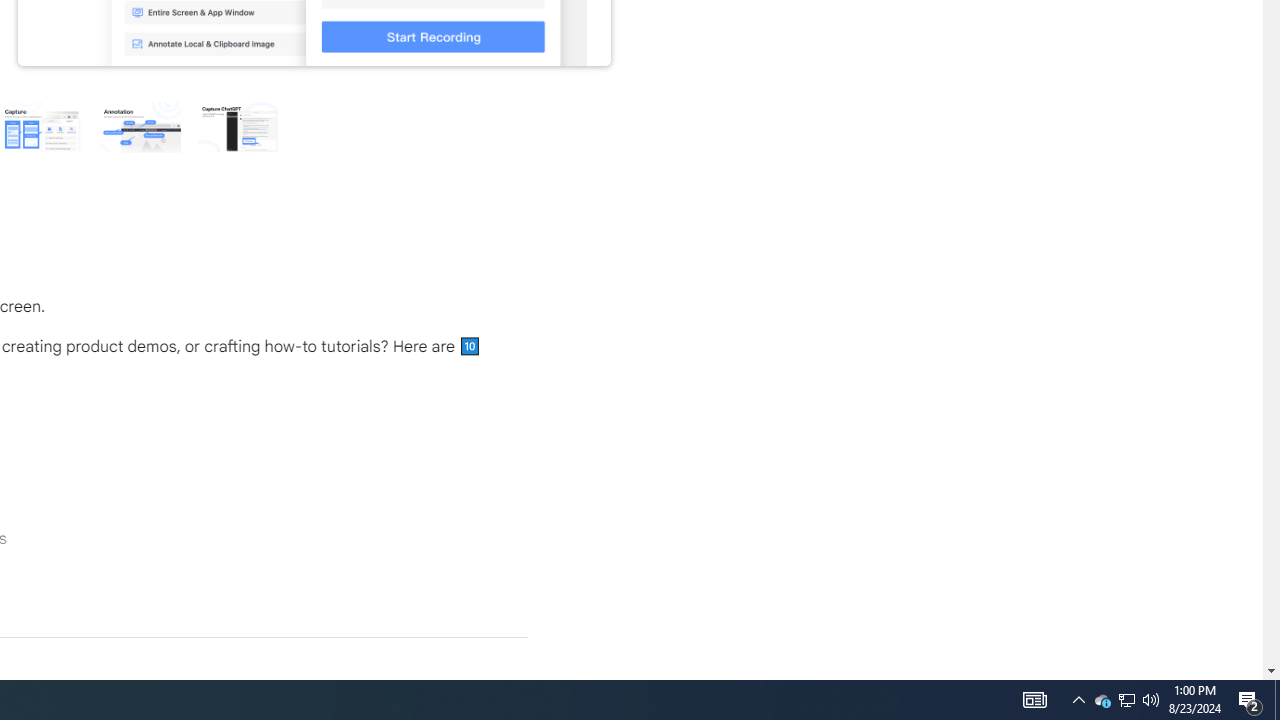  Describe the element at coordinates (238, 126) in the screenshot. I see `'Preview slide 6'` at that location.